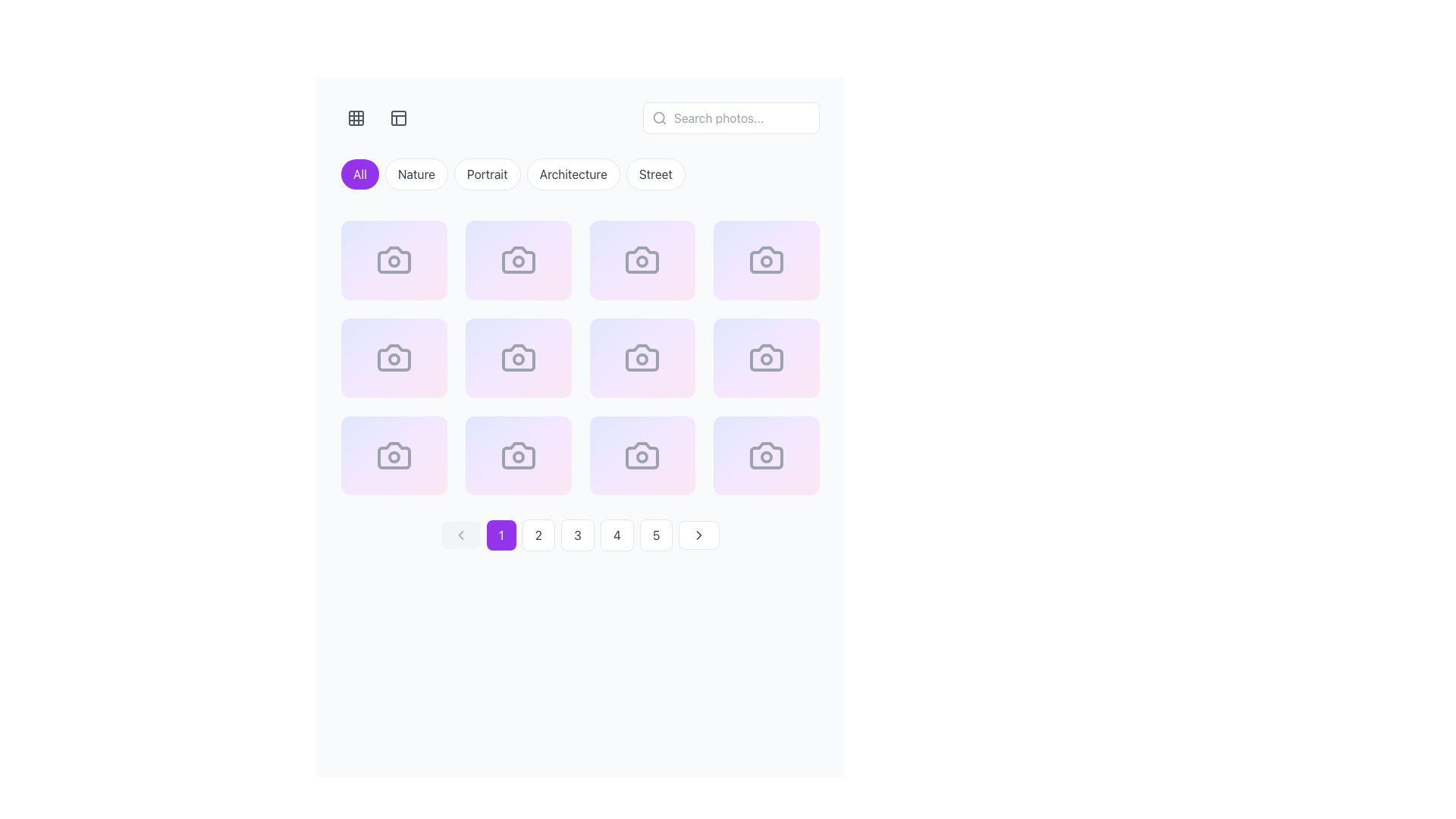 This screenshot has width=1456, height=819. What do you see at coordinates (767, 455) in the screenshot?
I see `the camera icon, which is a gray icon with a circular lens, located in the bottom-right corner of a 3x3 grid layout` at bounding box center [767, 455].